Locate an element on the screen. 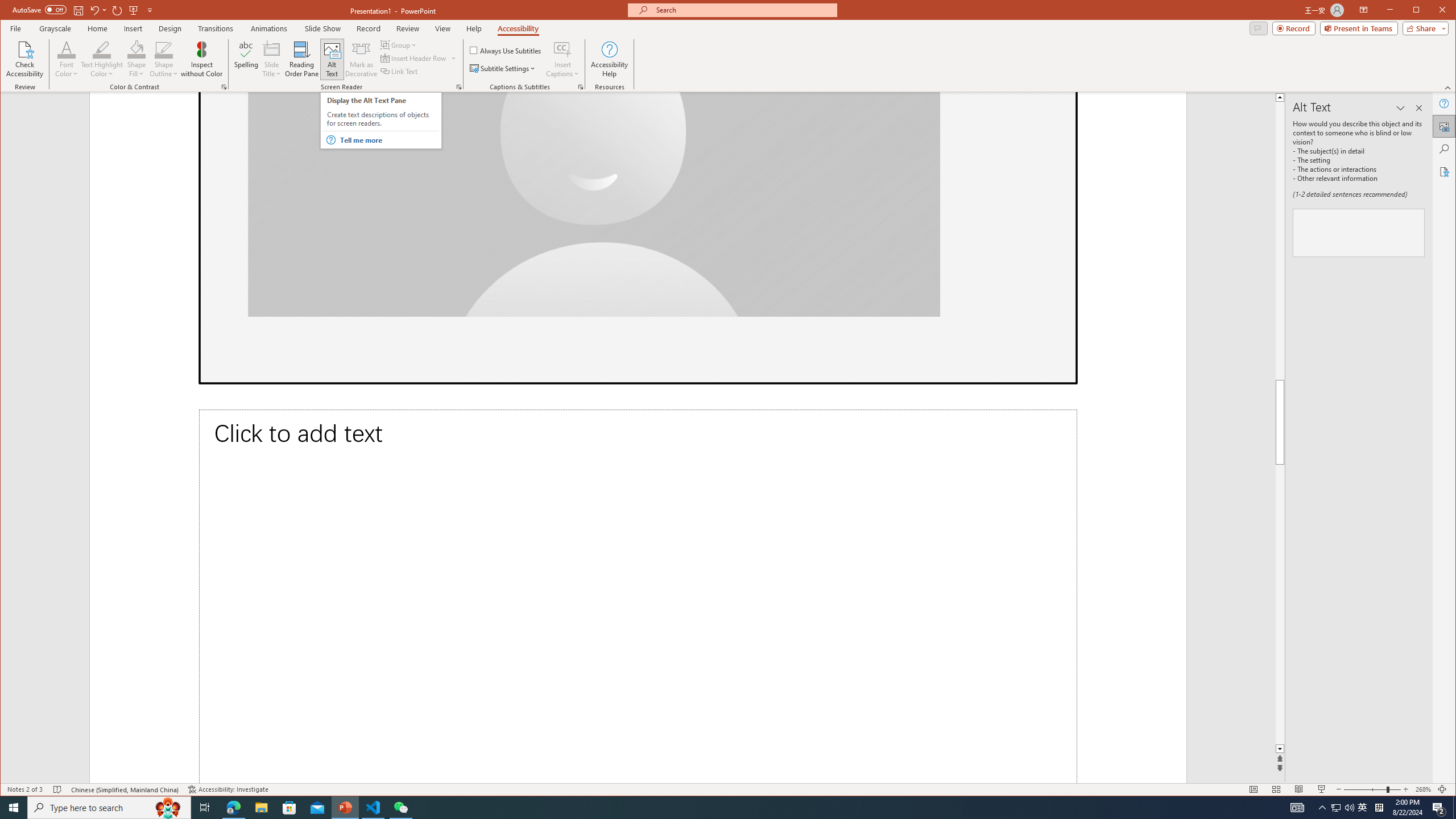  'Accessibility Help' is located at coordinates (609, 59).